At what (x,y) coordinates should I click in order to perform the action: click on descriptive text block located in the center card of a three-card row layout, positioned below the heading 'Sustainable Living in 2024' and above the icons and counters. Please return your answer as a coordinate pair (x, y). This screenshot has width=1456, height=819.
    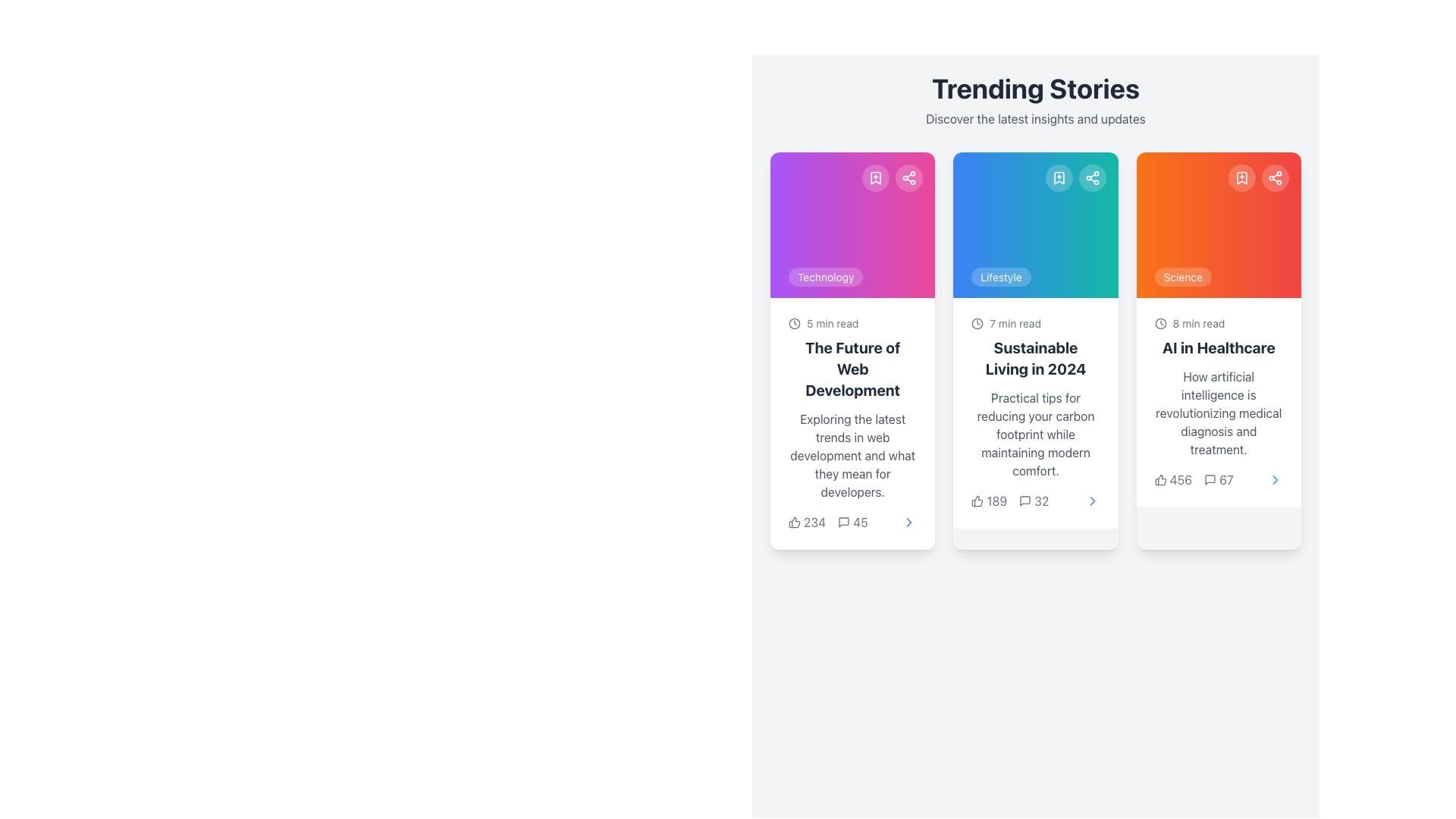
    Looking at the image, I should click on (1035, 435).